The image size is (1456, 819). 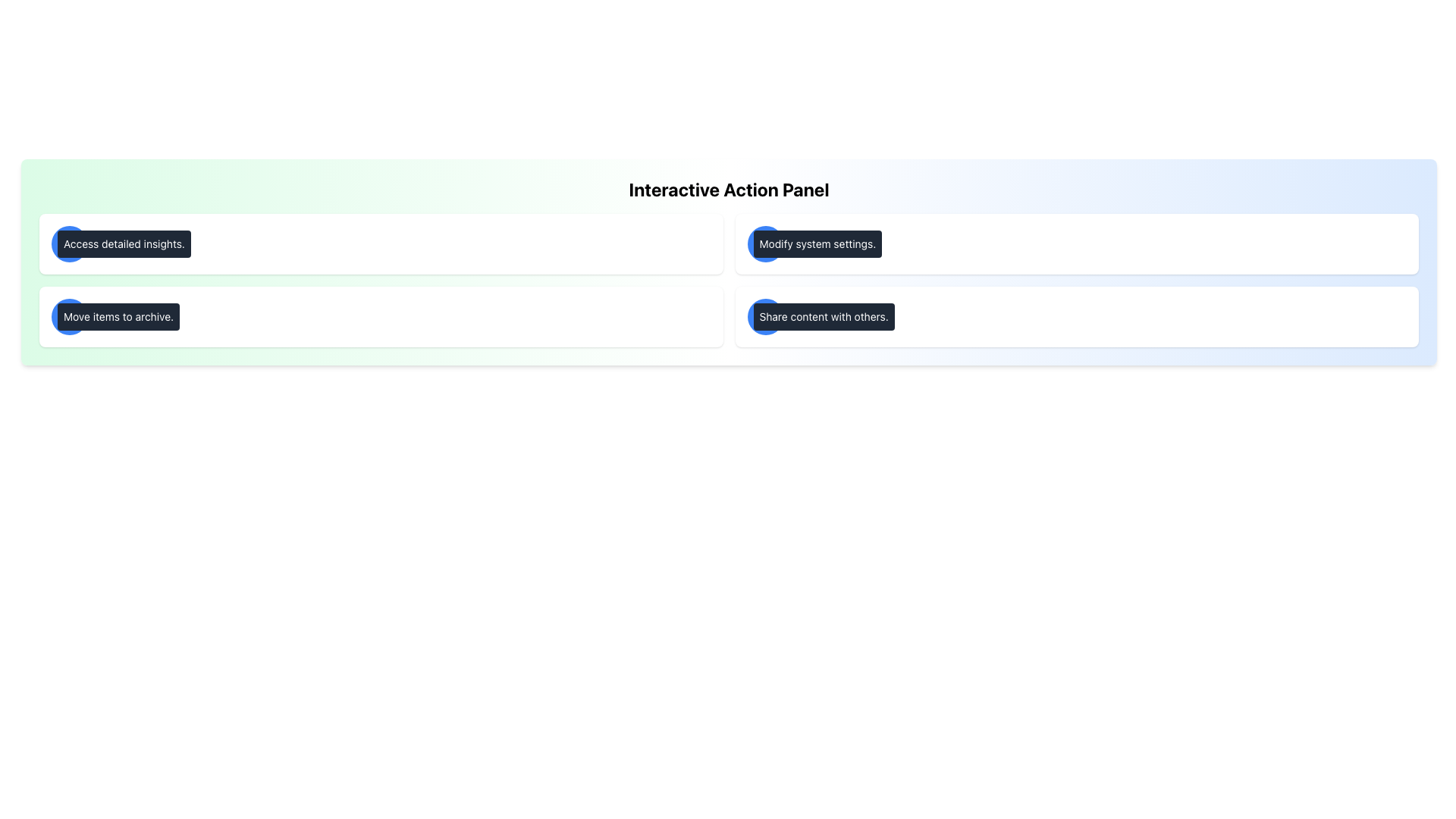 I want to click on the circular blue Icon button located in the first item of a vertically stacked list, positioned at the leftmost area, above the text label 'Move items to archive.', so click(x=68, y=315).